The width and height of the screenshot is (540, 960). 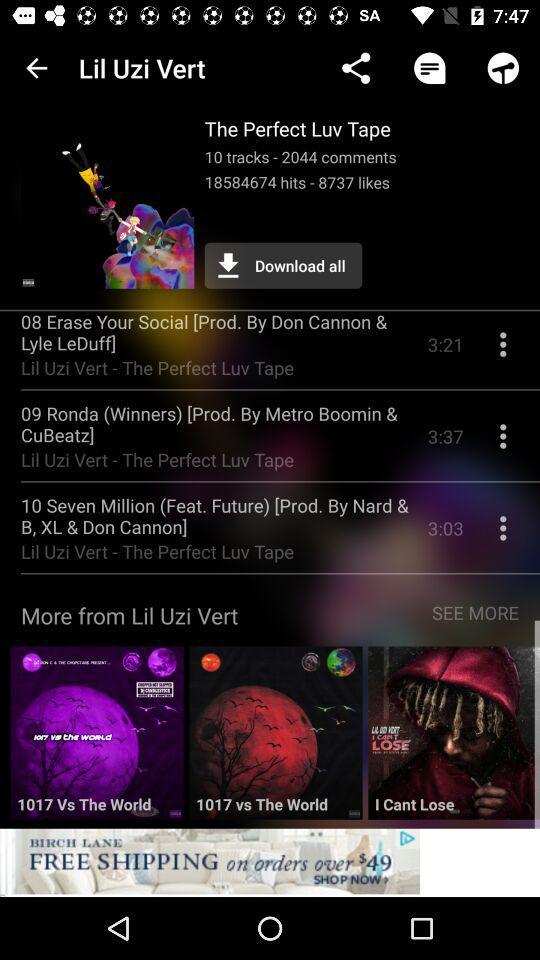 What do you see at coordinates (502, 534) in the screenshot?
I see `open additional options for track` at bounding box center [502, 534].